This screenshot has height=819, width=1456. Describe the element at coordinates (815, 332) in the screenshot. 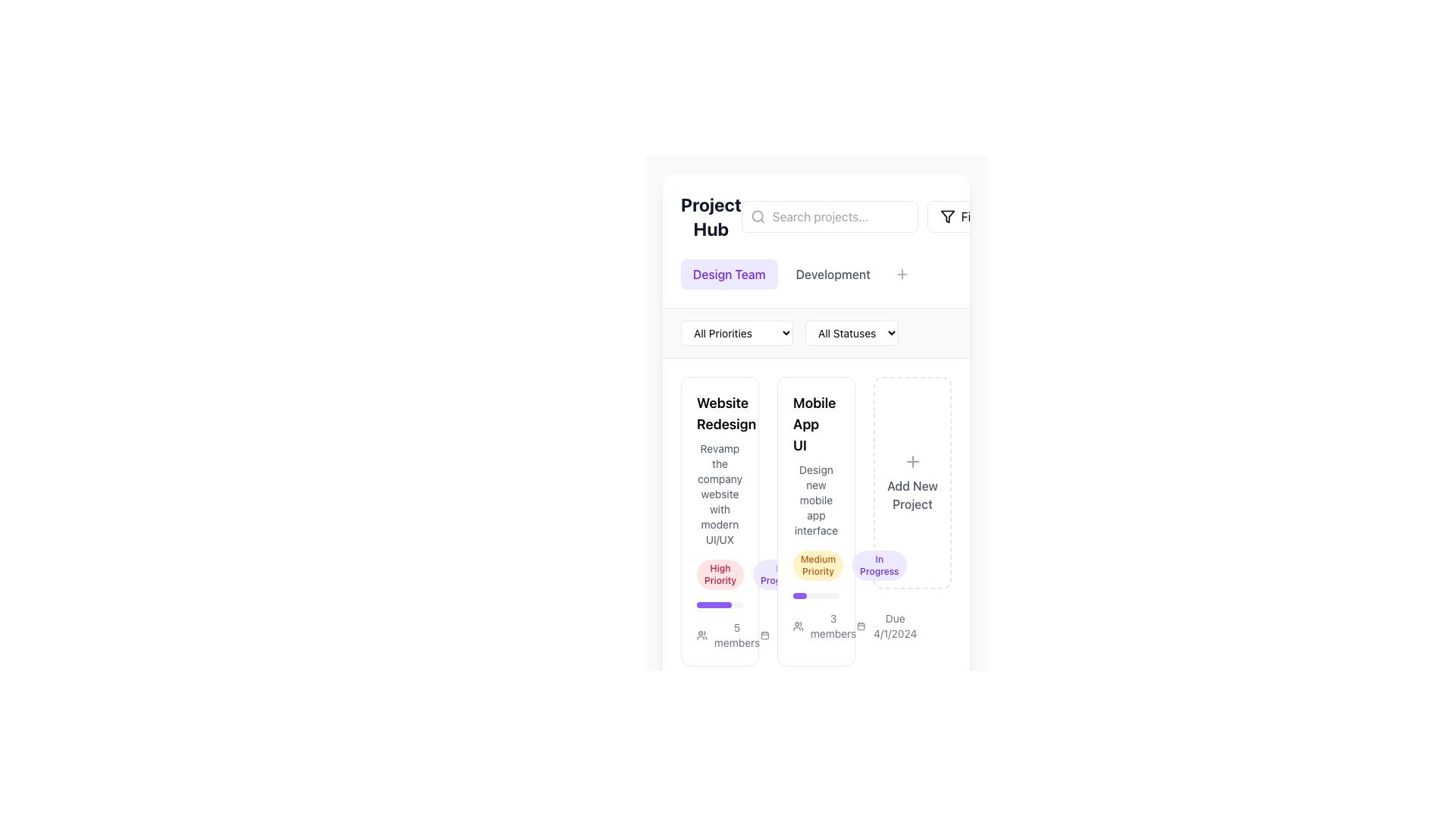

I see `an option from the grouped dropdown menus for filtering content based on priority and status, located near the top-center of the interface` at that location.